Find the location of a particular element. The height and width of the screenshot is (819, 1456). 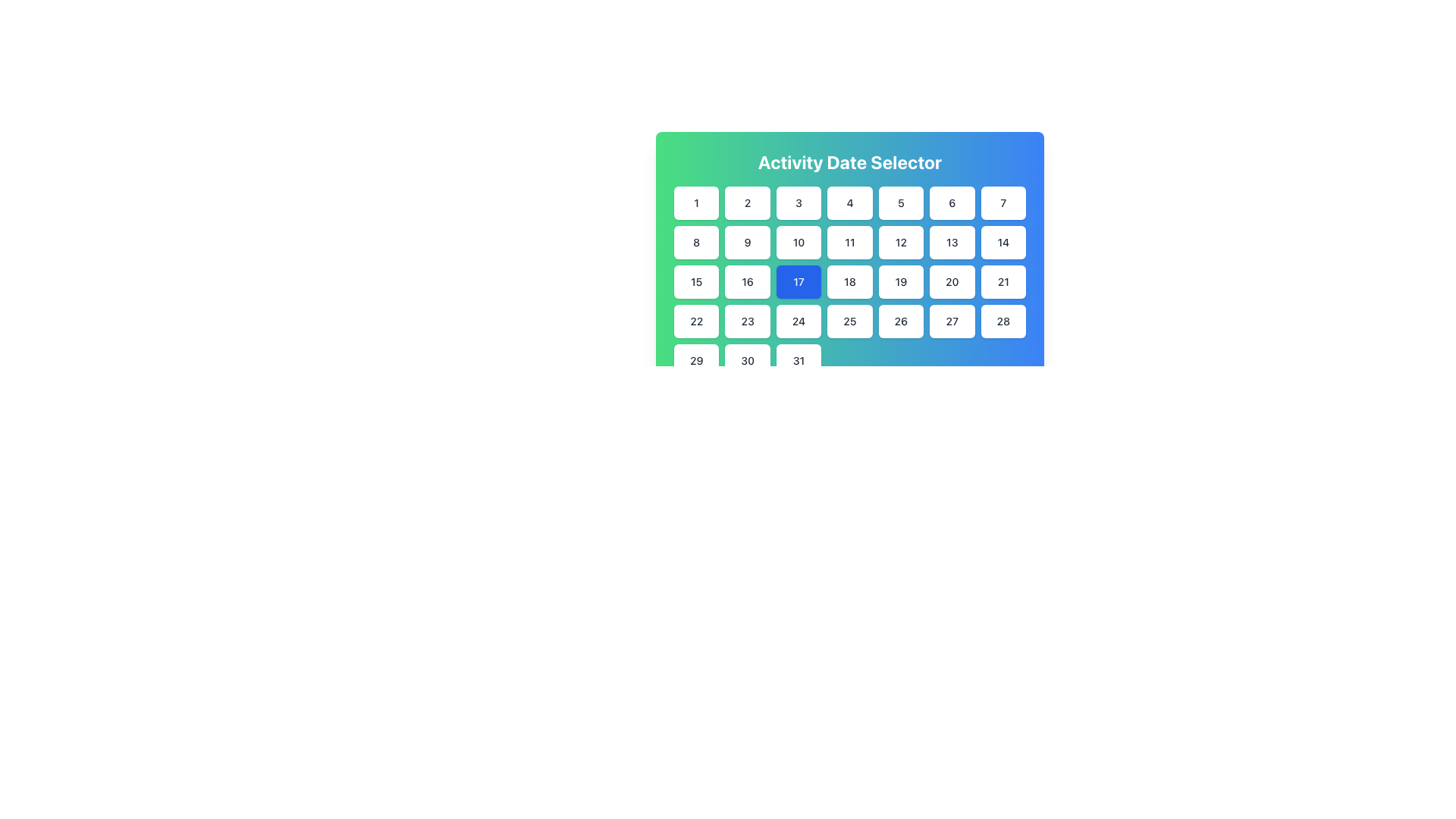

the selectable date button labeled '25' in the fifth row and fourth column of the calendar is located at coordinates (849, 321).